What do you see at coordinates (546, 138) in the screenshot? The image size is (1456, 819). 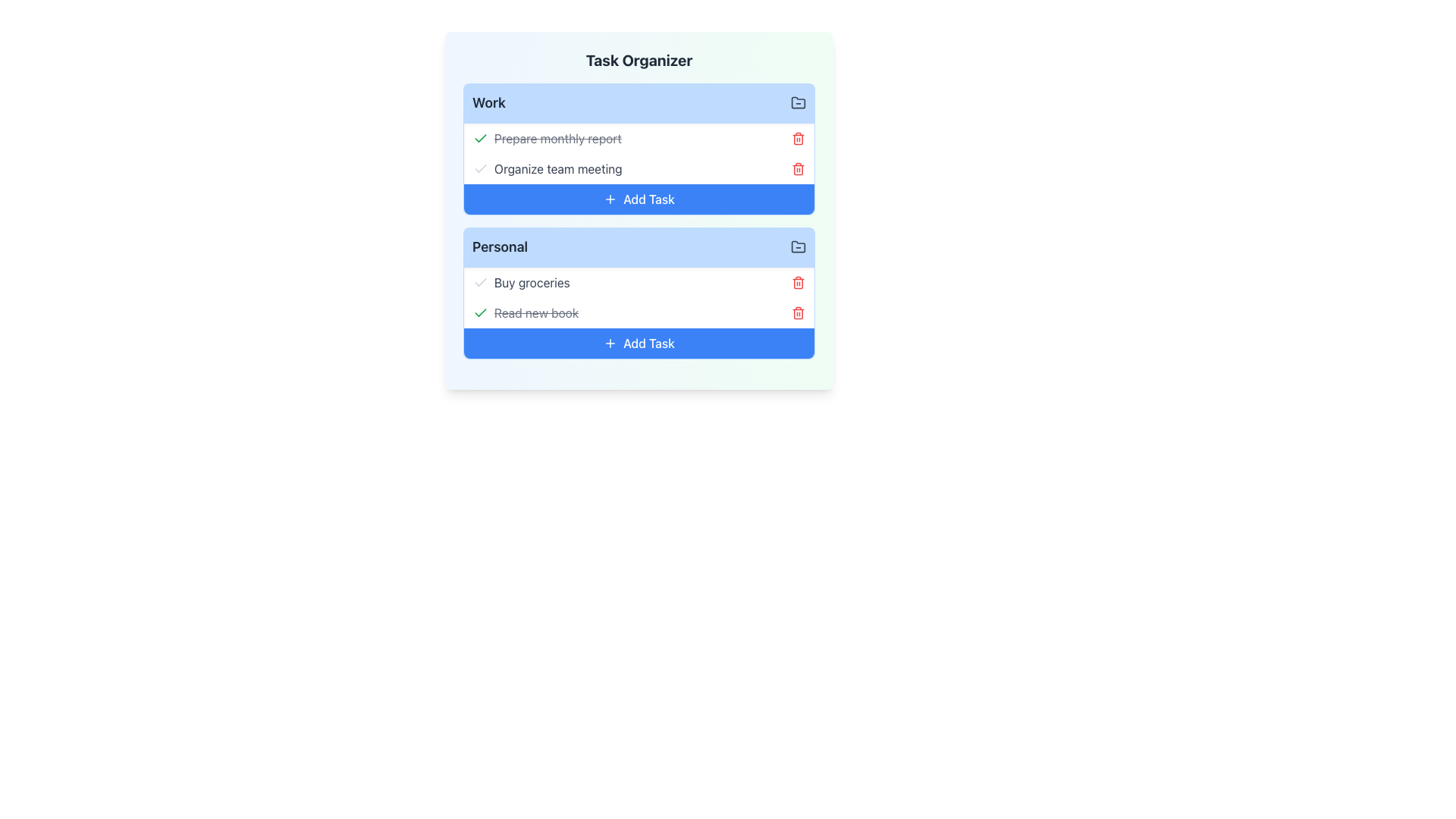 I see `the completed task item labeled with a strikethrough style and a green checkmark` at bounding box center [546, 138].